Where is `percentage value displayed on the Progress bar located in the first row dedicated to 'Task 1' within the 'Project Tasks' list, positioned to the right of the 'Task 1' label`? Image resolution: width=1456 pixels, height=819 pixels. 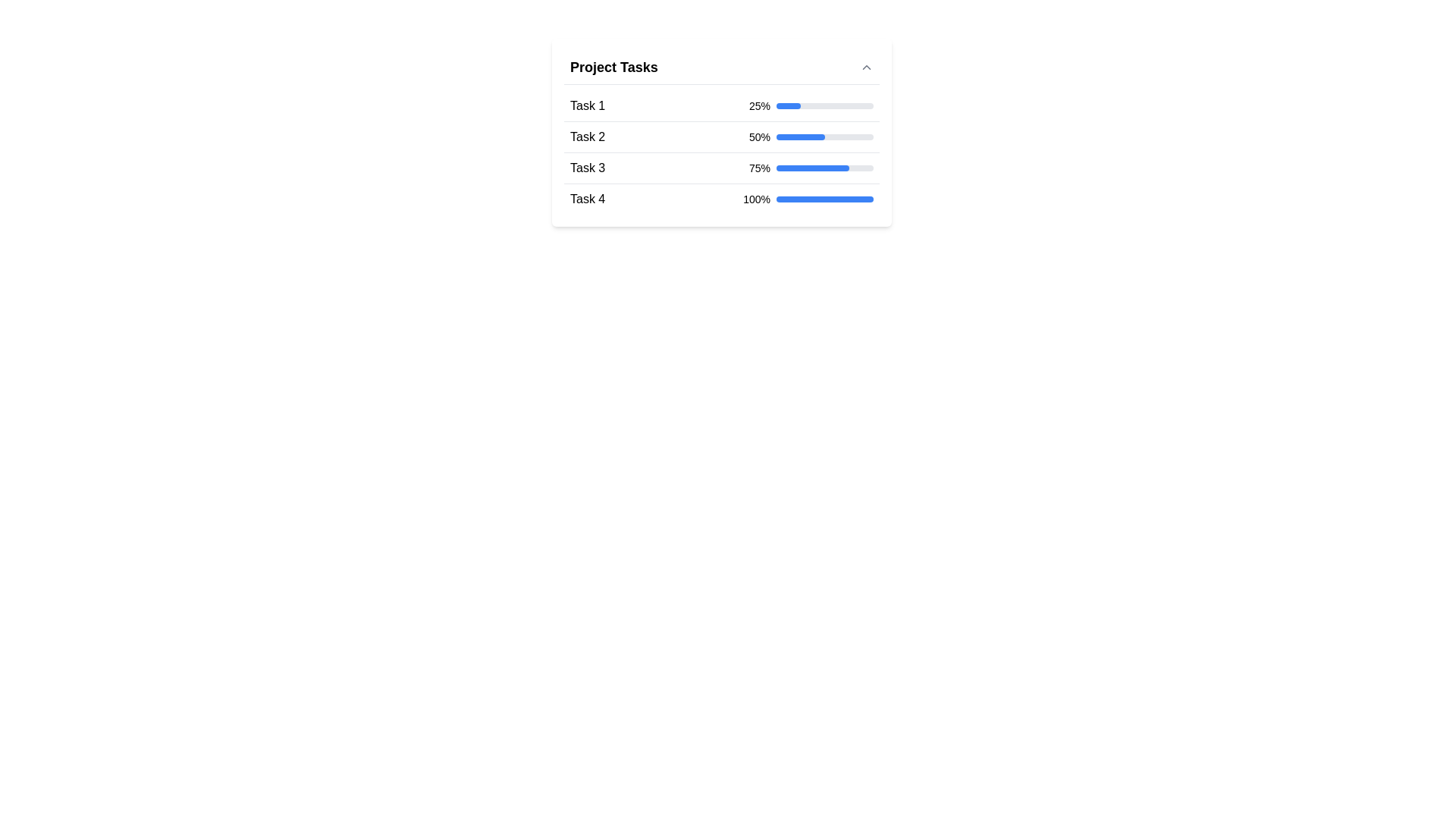
percentage value displayed on the Progress bar located in the first row dedicated to 'Task 1' within the 'Project Tasks' list, positioned to the right of the 'Task 1' label is located at coordinates (811, 105).